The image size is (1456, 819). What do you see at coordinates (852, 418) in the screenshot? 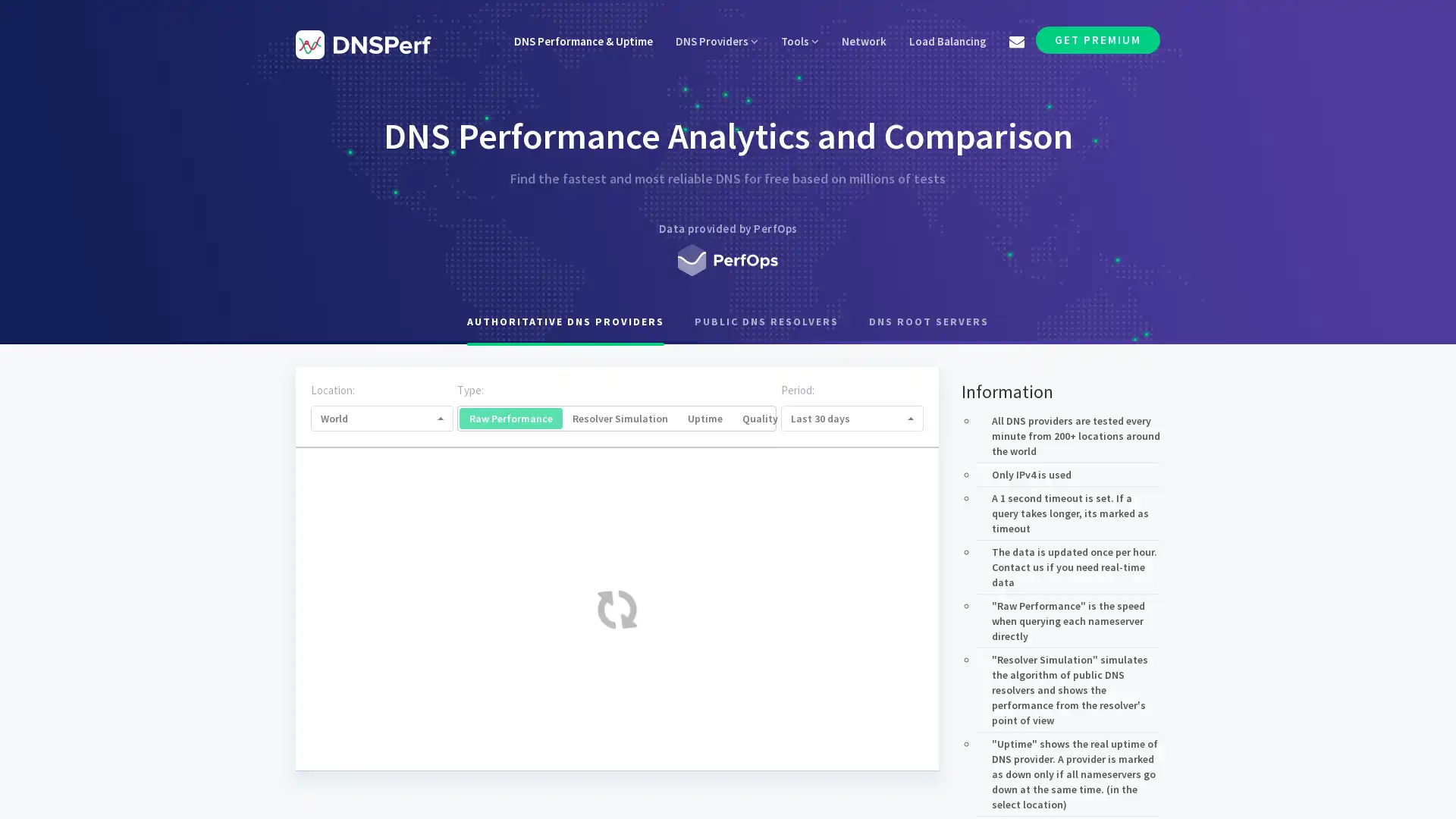
I see `Last 30 days` at bounding box center [852, 418].